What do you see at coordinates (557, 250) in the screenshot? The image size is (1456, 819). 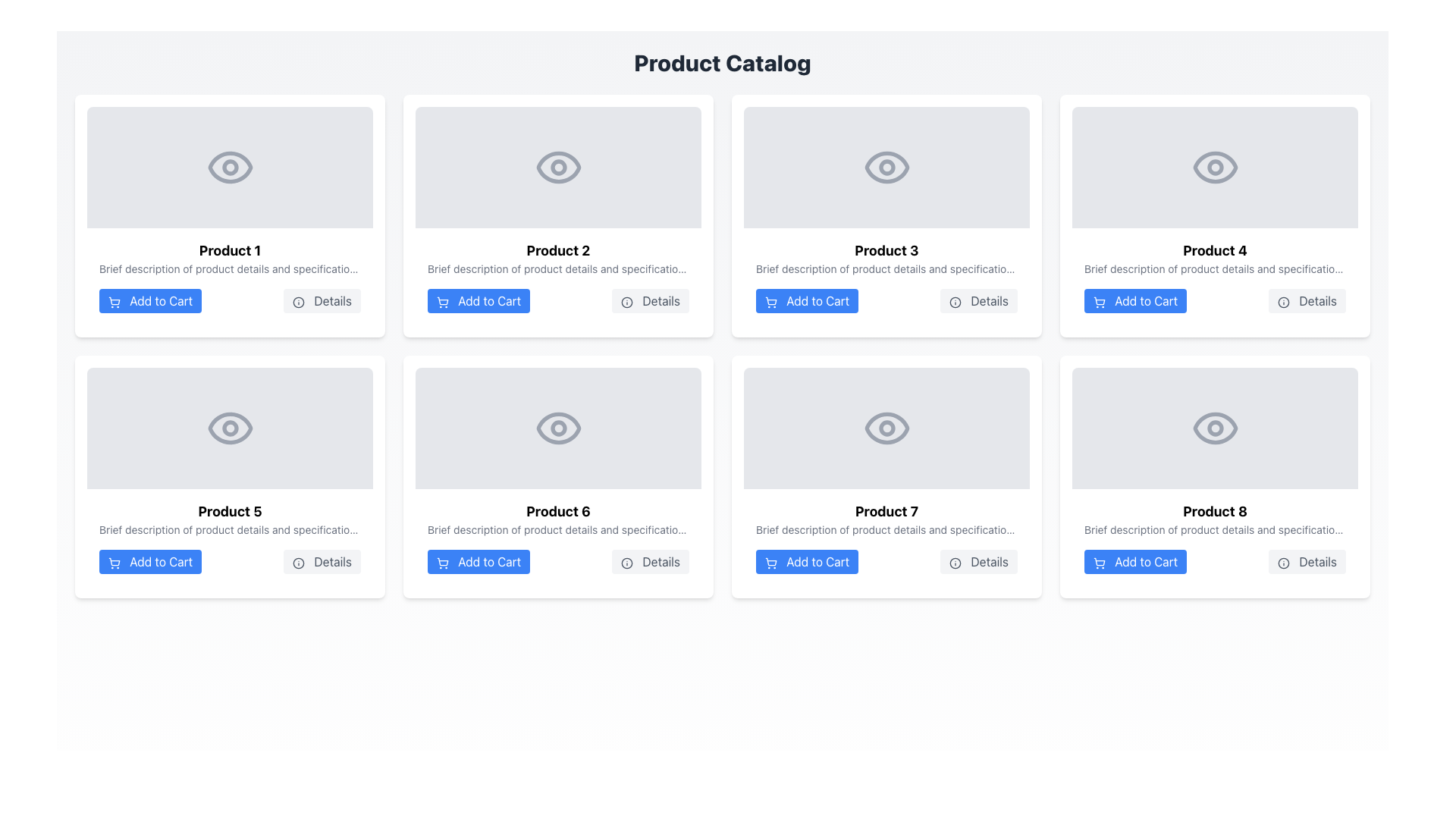 I see `the bold text displaying 'Product 2'` at bounding box center [557, 250].